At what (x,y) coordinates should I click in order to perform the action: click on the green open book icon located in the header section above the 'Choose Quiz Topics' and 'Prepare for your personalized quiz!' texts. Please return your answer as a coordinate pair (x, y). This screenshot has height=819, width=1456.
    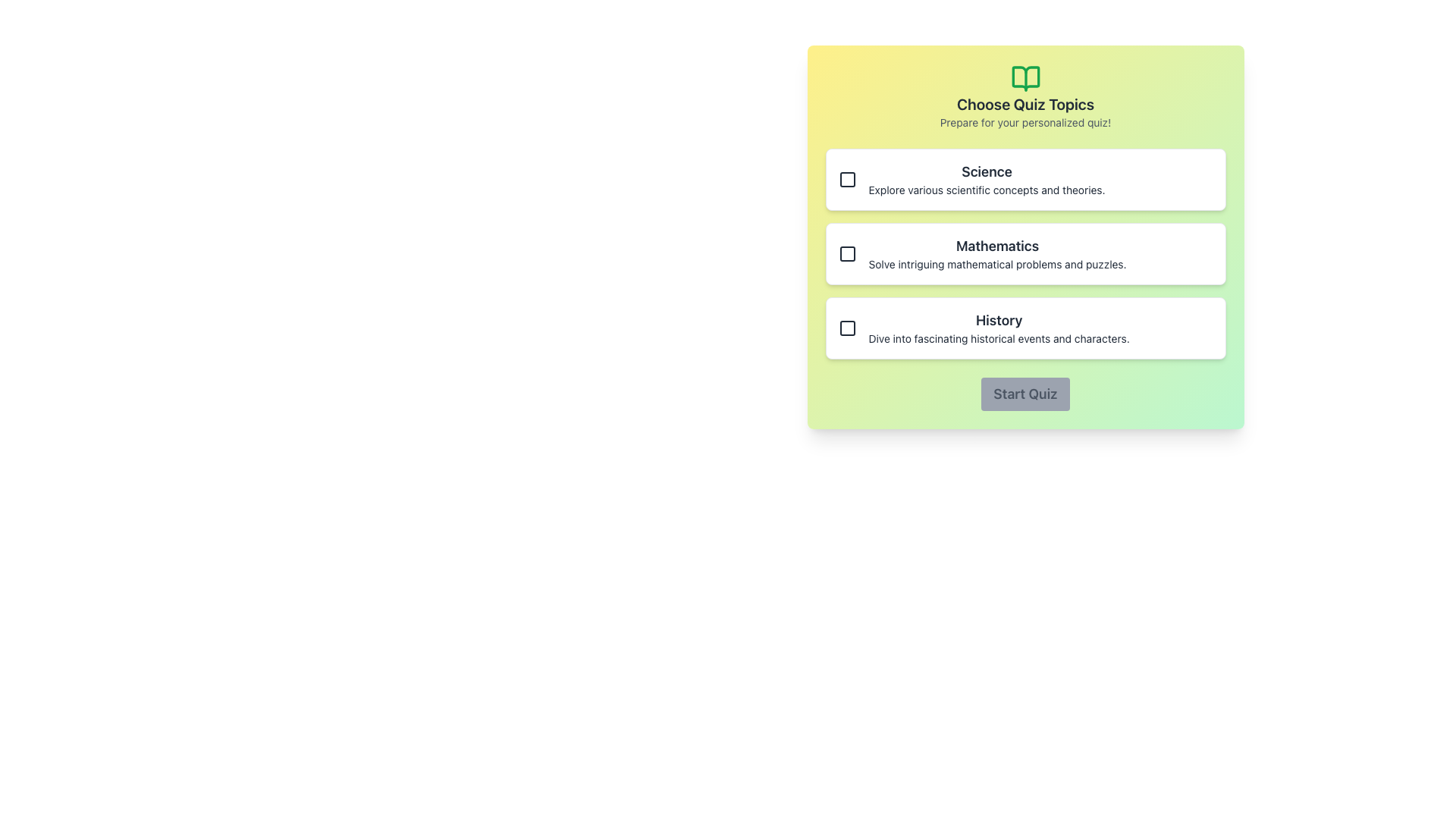
    Looking at the image, I should click on (1025, 79).